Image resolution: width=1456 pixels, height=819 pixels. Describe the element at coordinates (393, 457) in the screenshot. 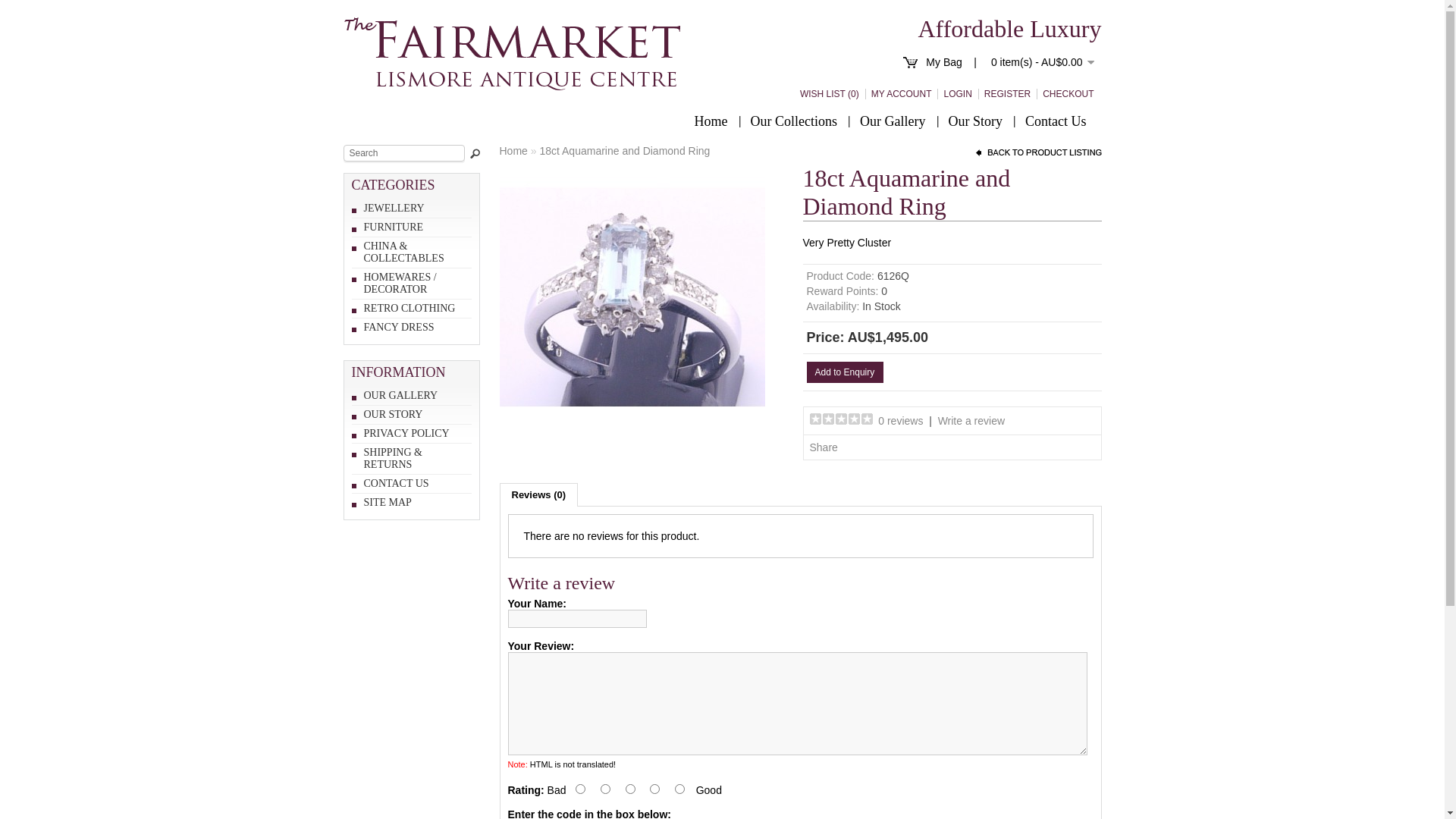

I see `'SHIPPING & RETURNS'` at that location.